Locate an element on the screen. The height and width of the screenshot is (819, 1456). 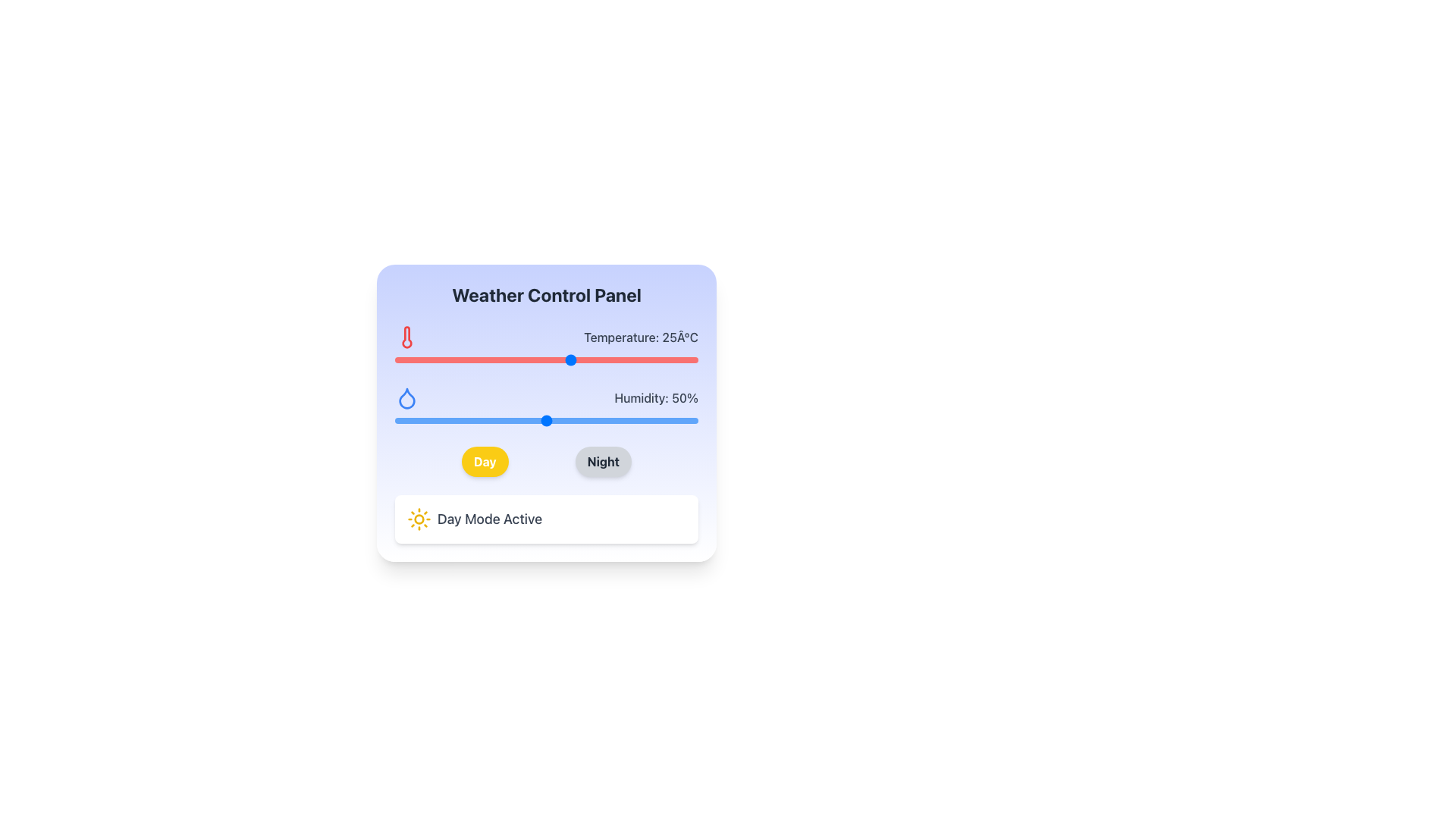
humidity level is located at coordinates (644, 421).